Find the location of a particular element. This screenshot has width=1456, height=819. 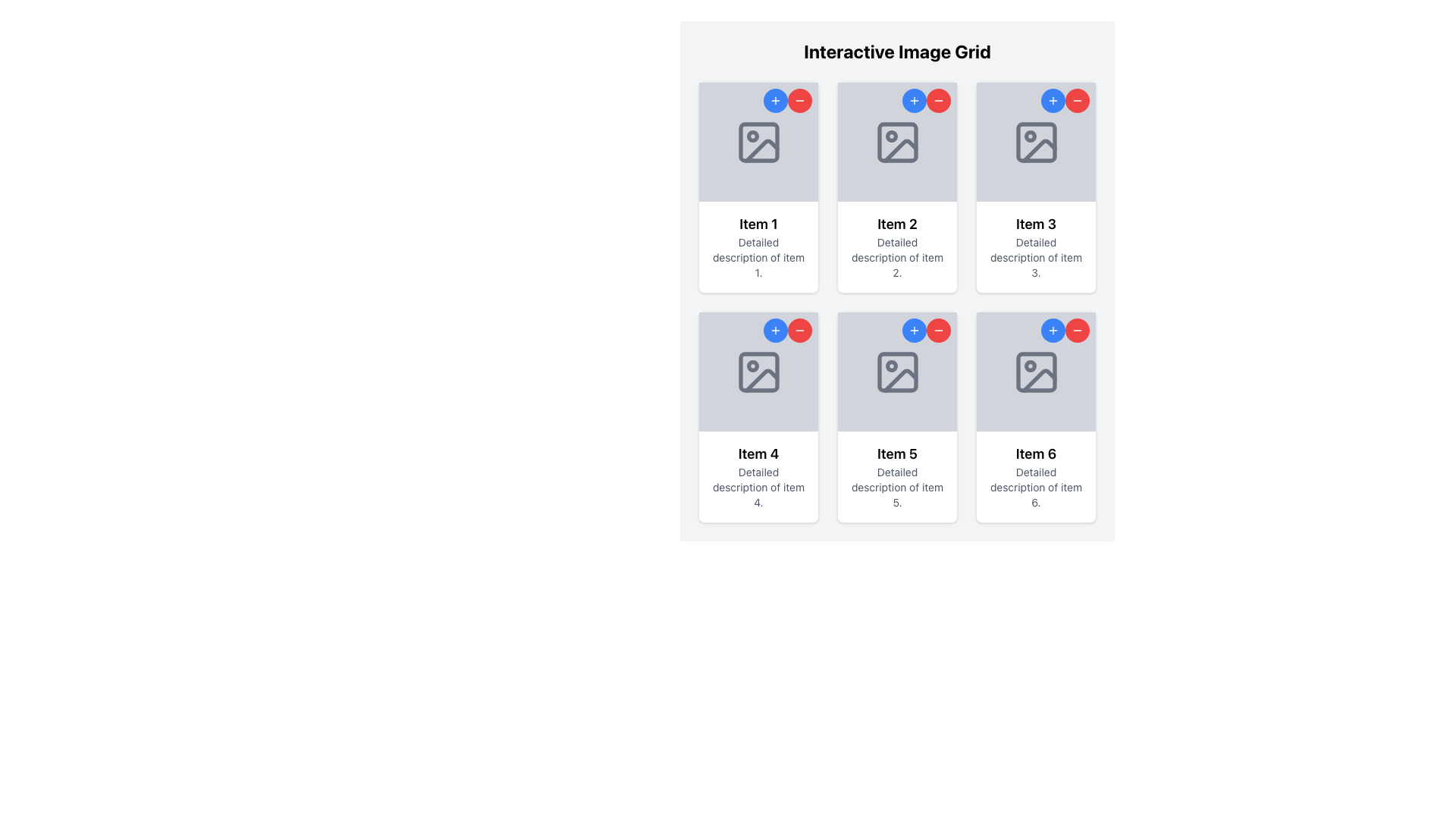

the interactive control button located on the upper-right side of the third item in the grid layout is located at coordinates (1076, 100).